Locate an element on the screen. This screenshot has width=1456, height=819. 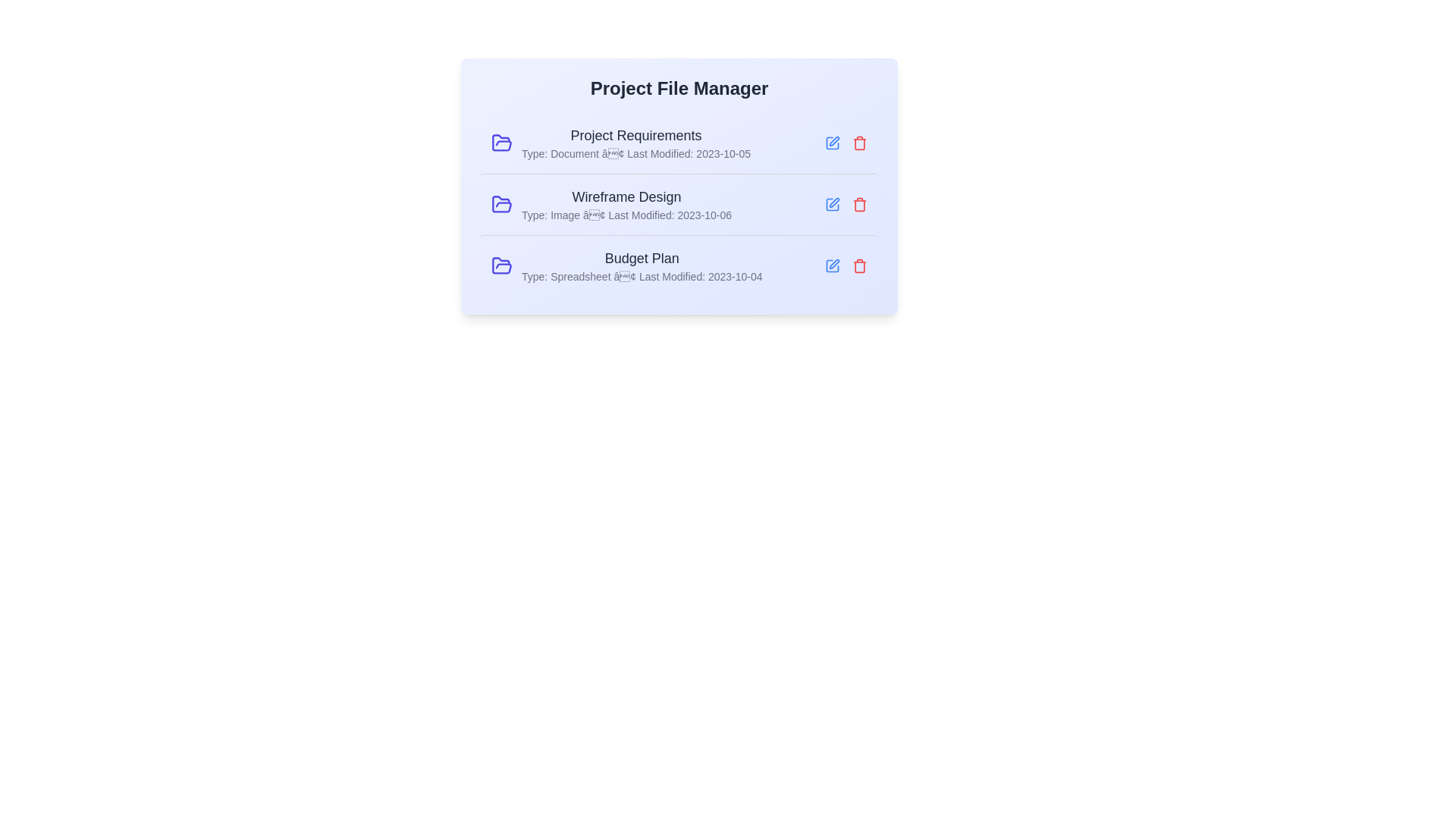
the row corresponding to Project Requirements is located at coordinates (679, 143).